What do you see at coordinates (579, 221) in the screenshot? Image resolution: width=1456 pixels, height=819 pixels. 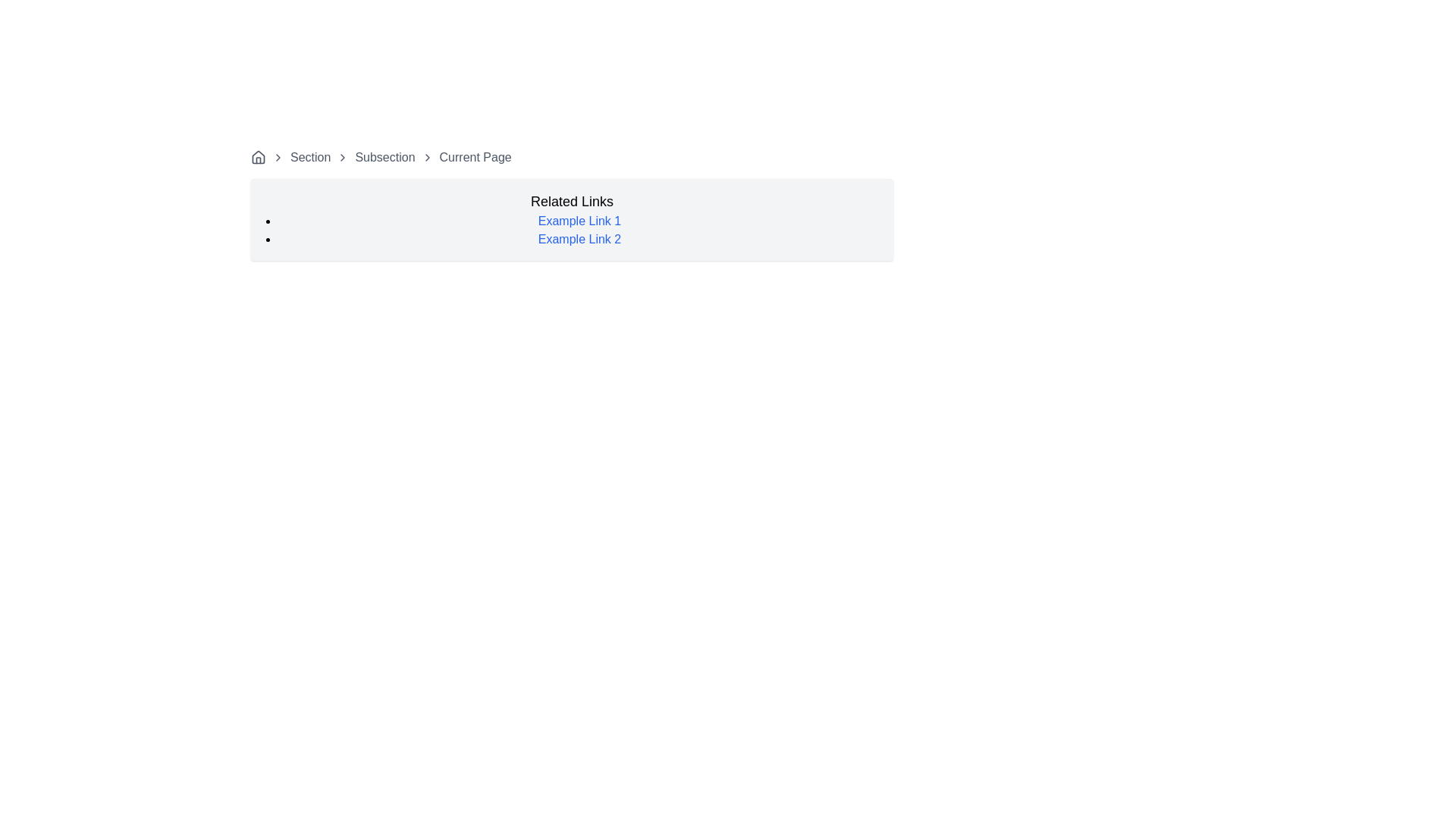 I see `the first hyperlink labeled 'Example Link 1', which is displayed in blue text and underlined` at bounding box center [579, 221].